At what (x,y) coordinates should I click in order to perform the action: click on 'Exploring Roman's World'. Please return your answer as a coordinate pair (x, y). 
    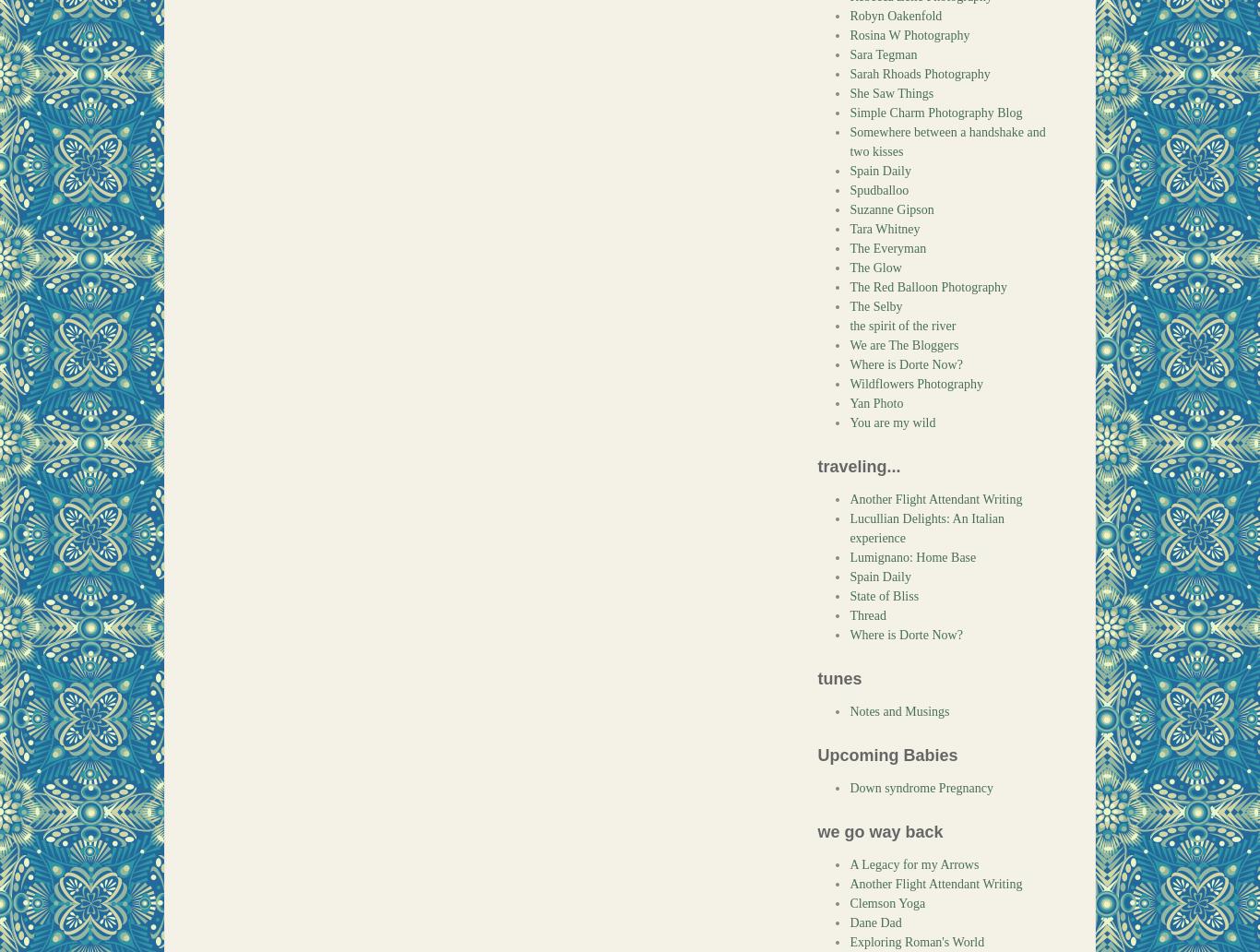
    Looking at the image, I should click on (917, 941).